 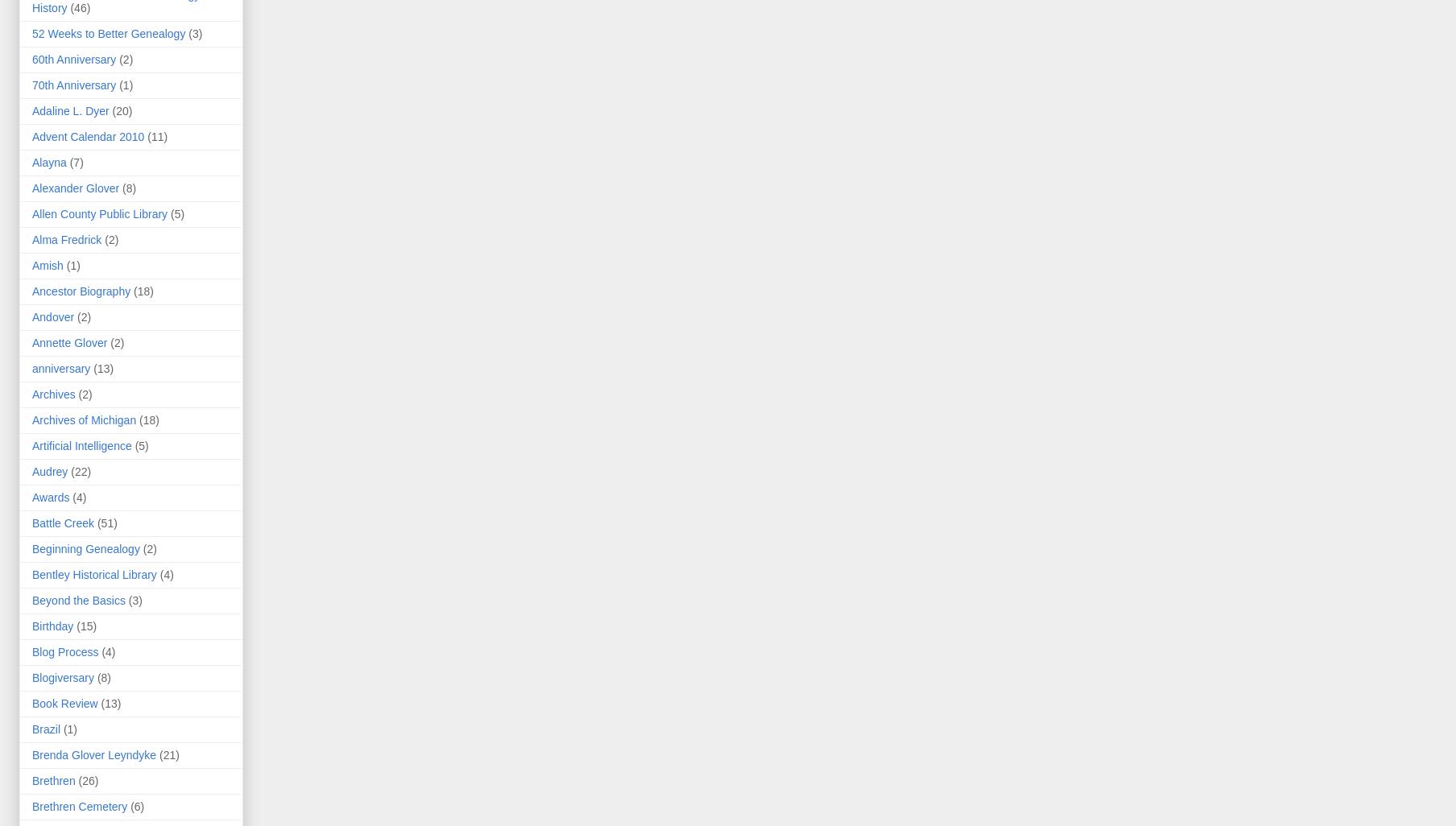 What do you see at coordinates (73, 58) in the screenshot?
I see `'60th Anniversary'` at bounding box center [73, 58].